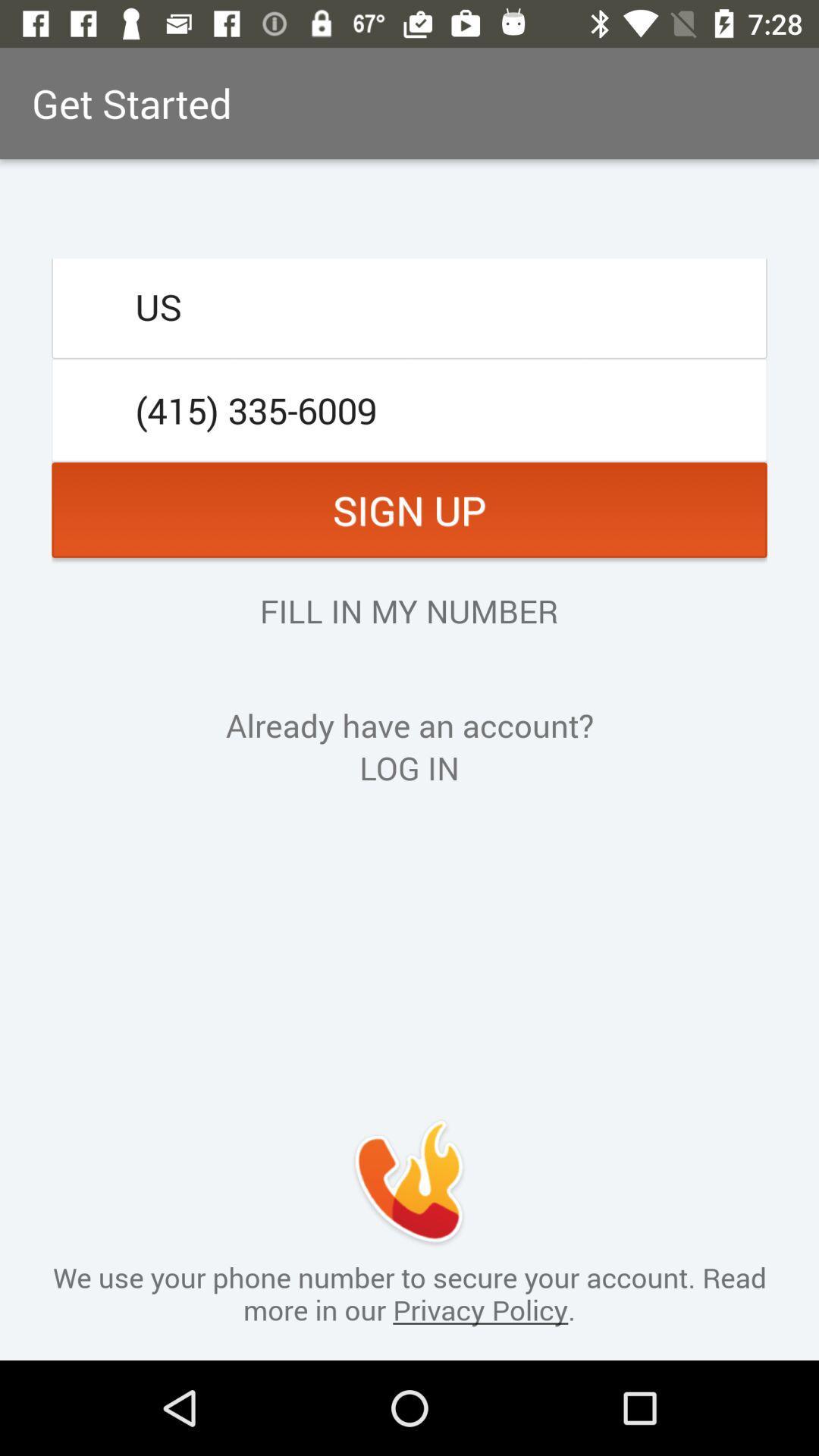  Describe the element at coordinates (409, 410) in the screenshot. I see `the item above the sign up icon` at that location.